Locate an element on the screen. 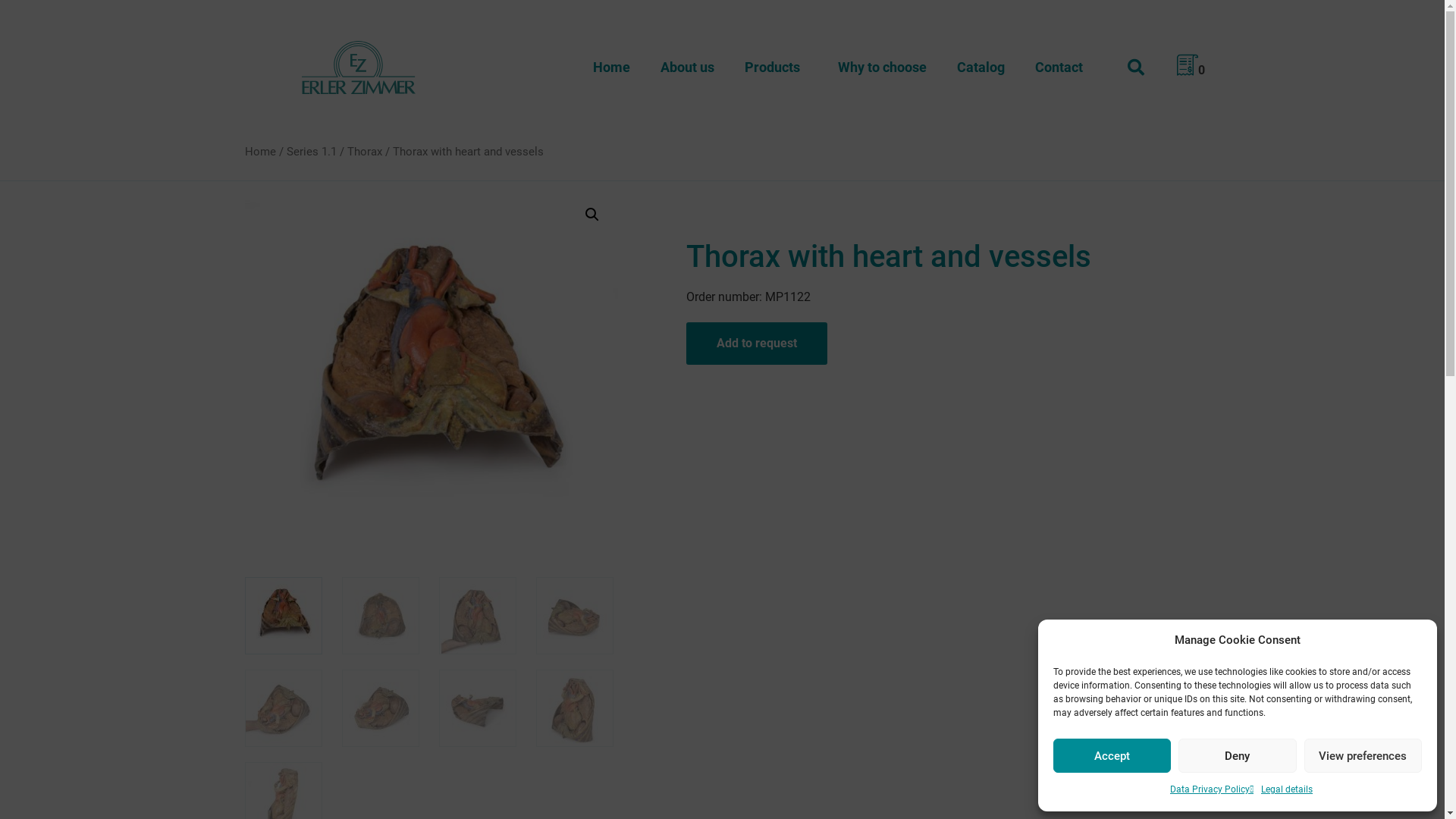 The width and height of the screenshot is (1456, 819). 'View preferences' is located at coordinates (1363, 755).